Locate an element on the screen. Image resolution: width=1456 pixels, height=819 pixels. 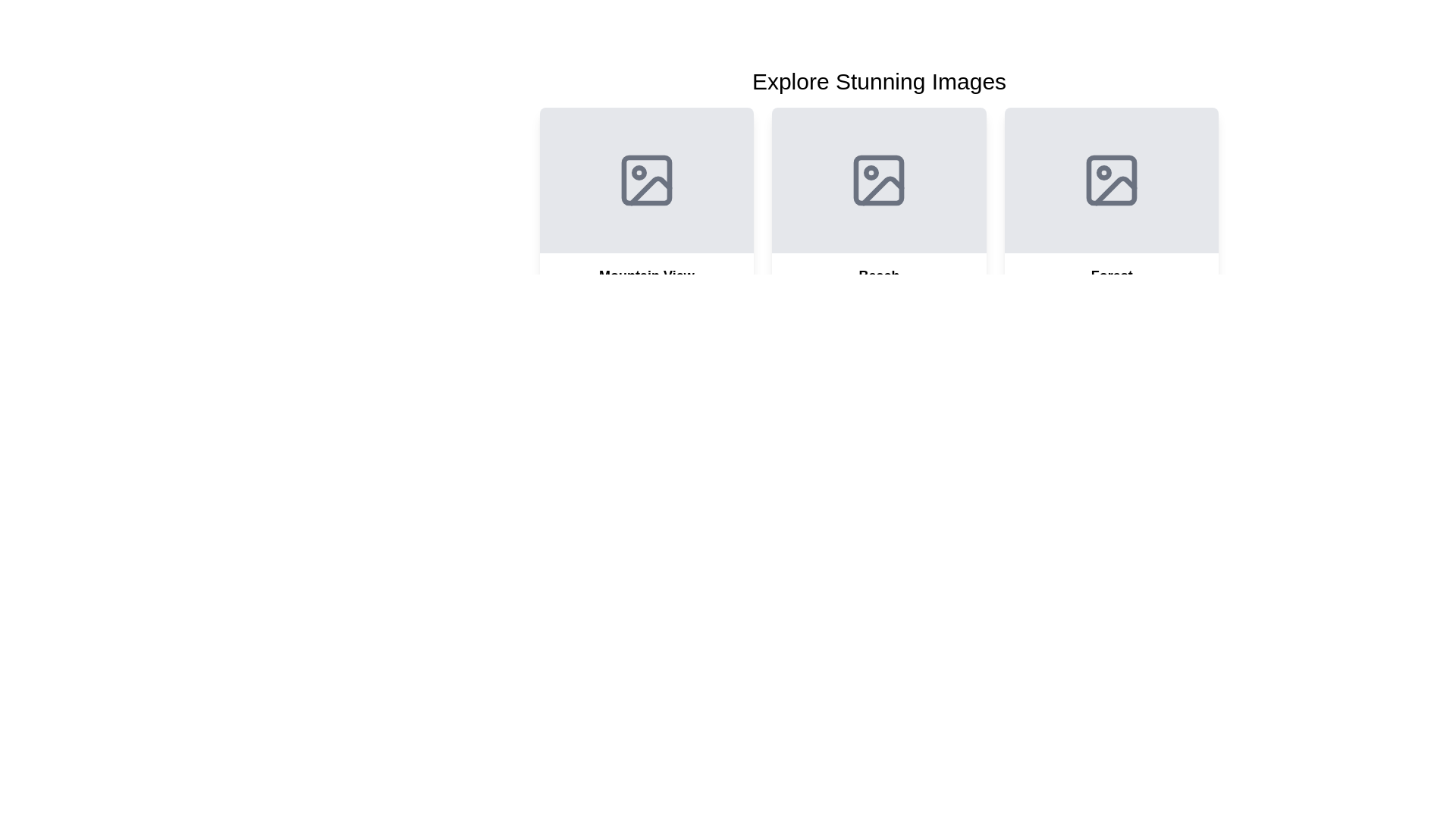
the icon resembling a picture with a mountainous landscape and a circular sun, located under the heading 'Explore Stunning Images' is located at coordinates (646, 180).